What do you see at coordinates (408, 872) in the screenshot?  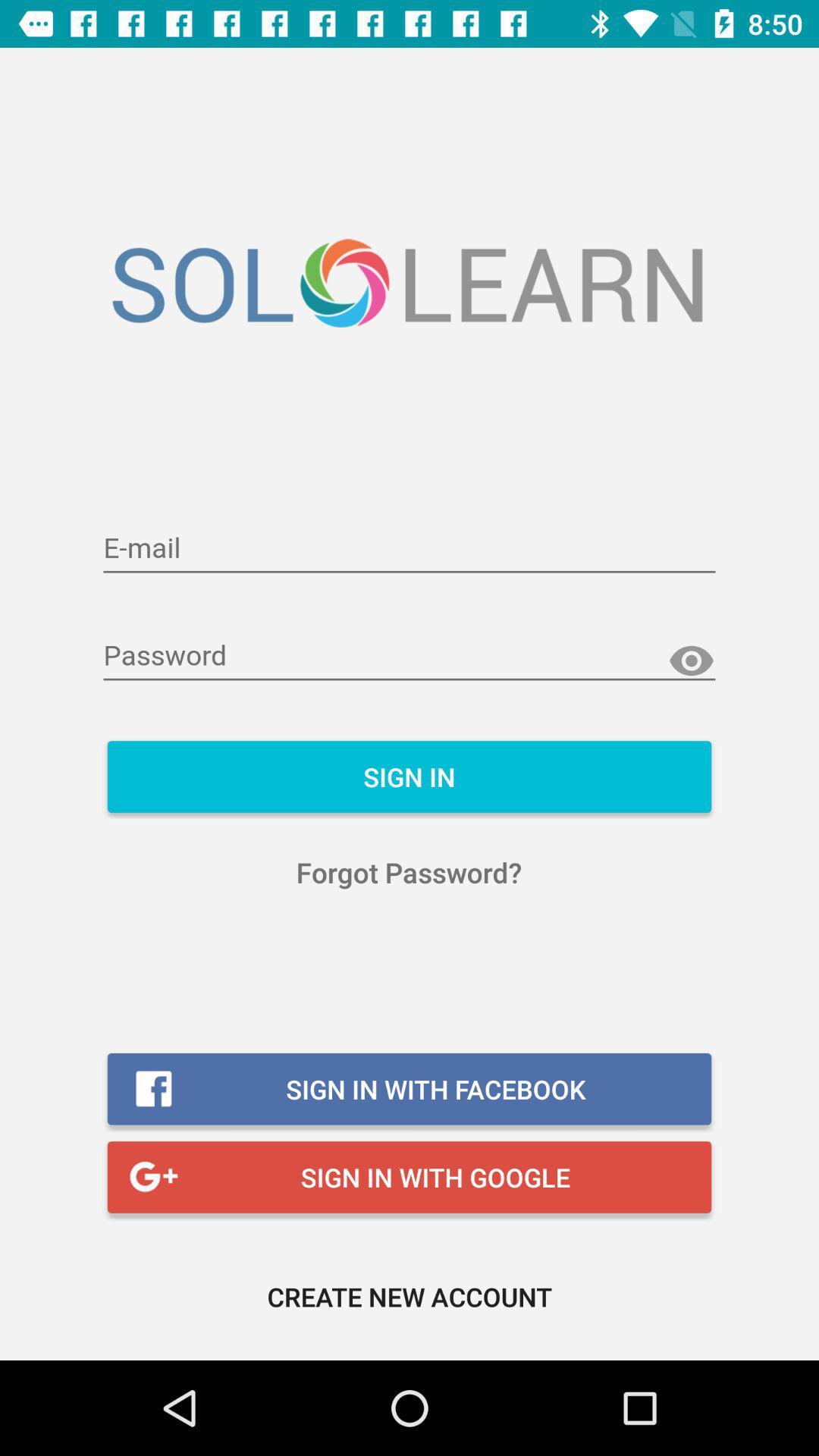 I see `forgot password?` at bounding box center [408, 872].